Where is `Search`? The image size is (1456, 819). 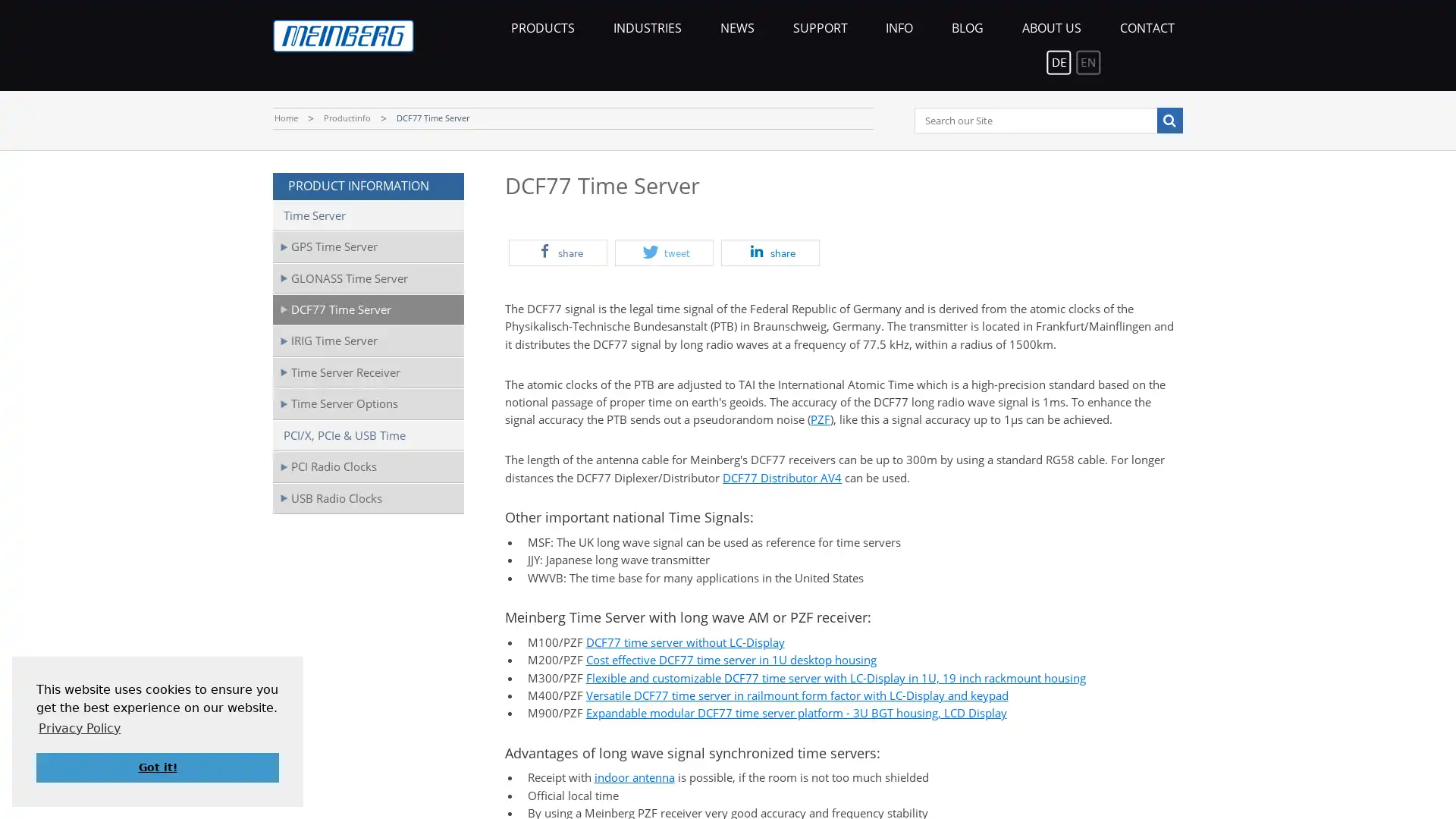 Search is located at coordinates (1168, 119).